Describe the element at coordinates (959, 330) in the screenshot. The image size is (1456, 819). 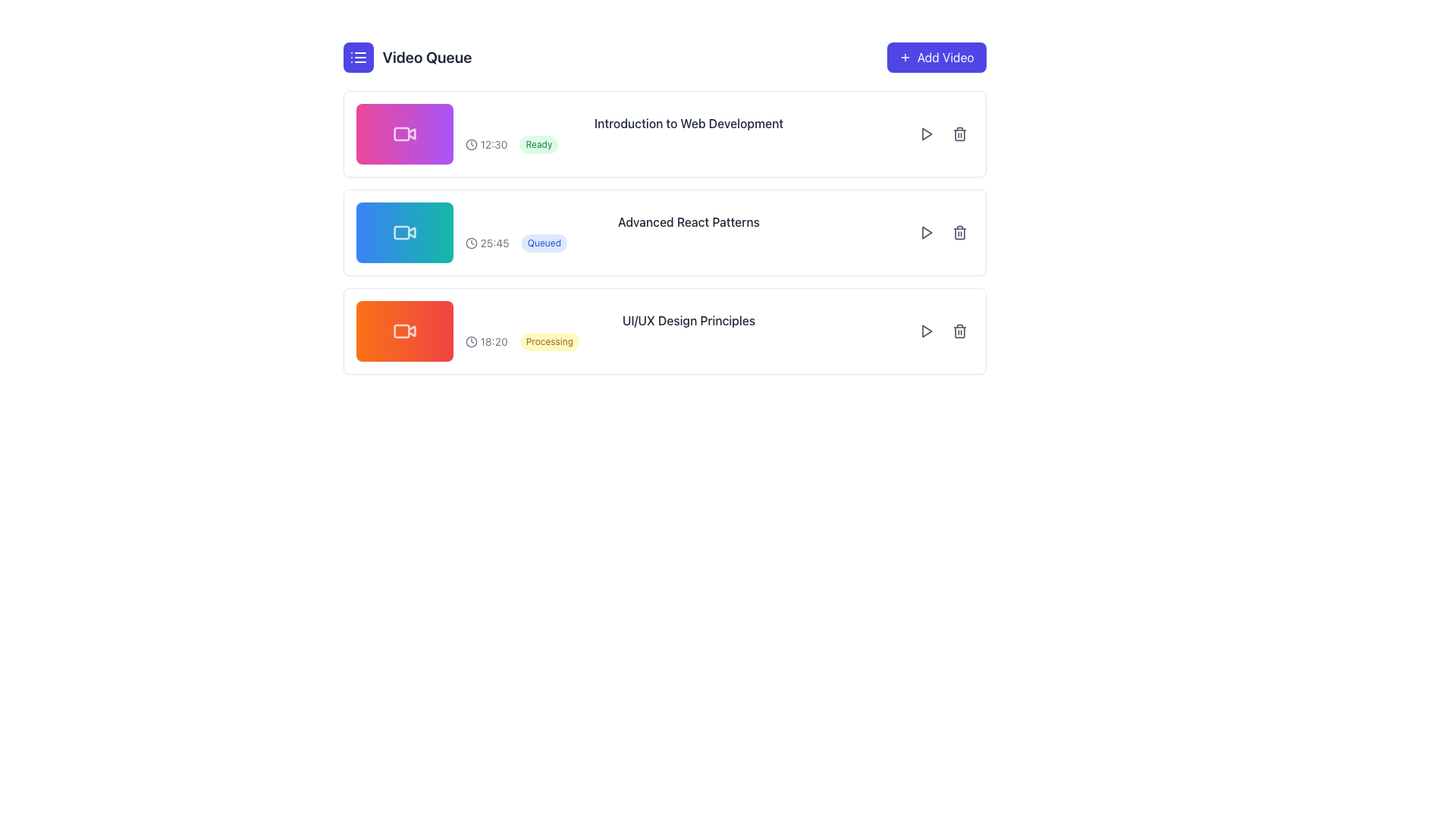
I see `the delete icon located at the far right of the third row in the video queue list, associated with 'UI/UX Design Principles'` at that location.